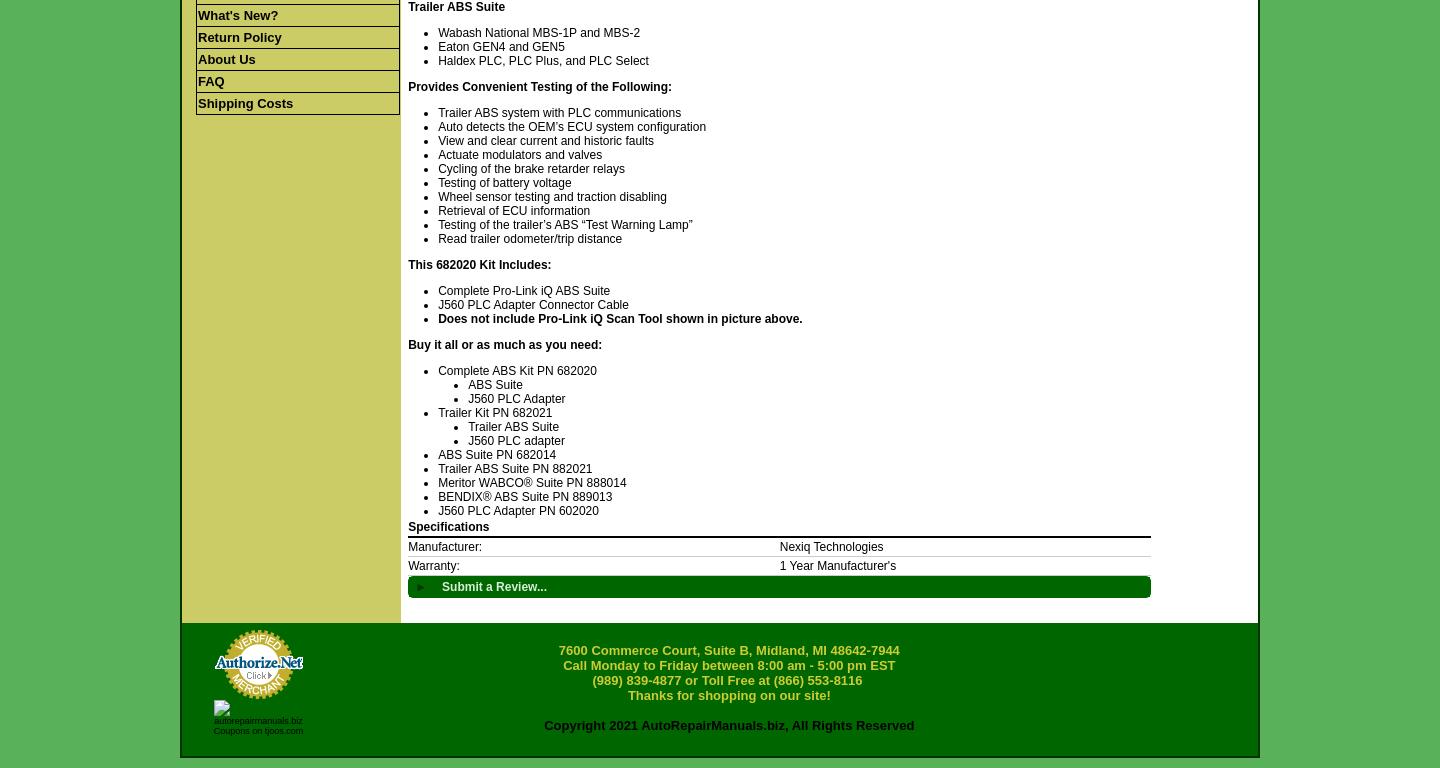 Image resolution: width=1440 pixels, height=768 pixels. What do you see at coordinates (444, 545) in the screenshot?
I see `'Manufacturer:'` at bounding box center [444, 545].